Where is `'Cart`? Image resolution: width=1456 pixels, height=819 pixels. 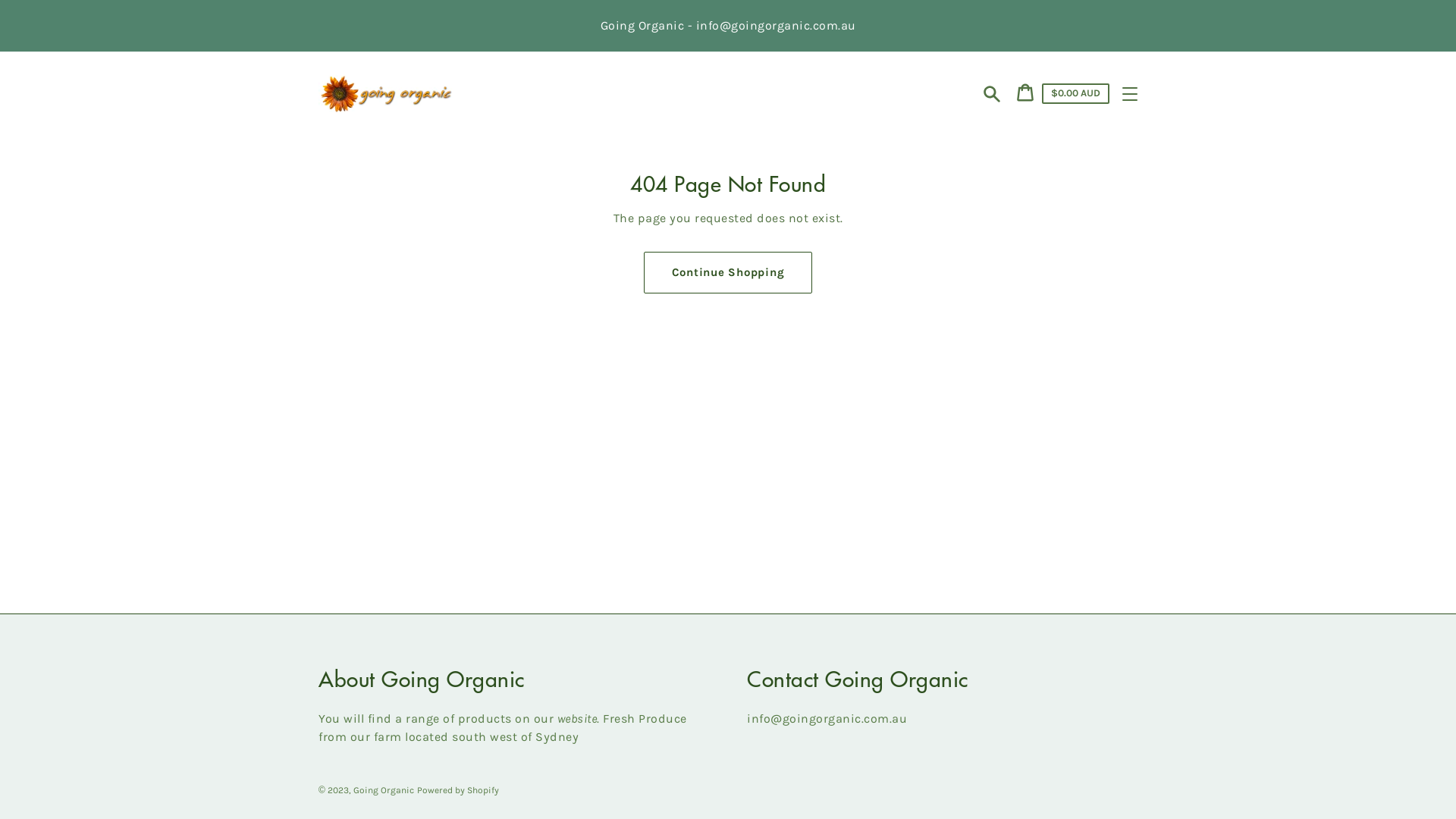
'Cart is located at coordinates (1062, 93).